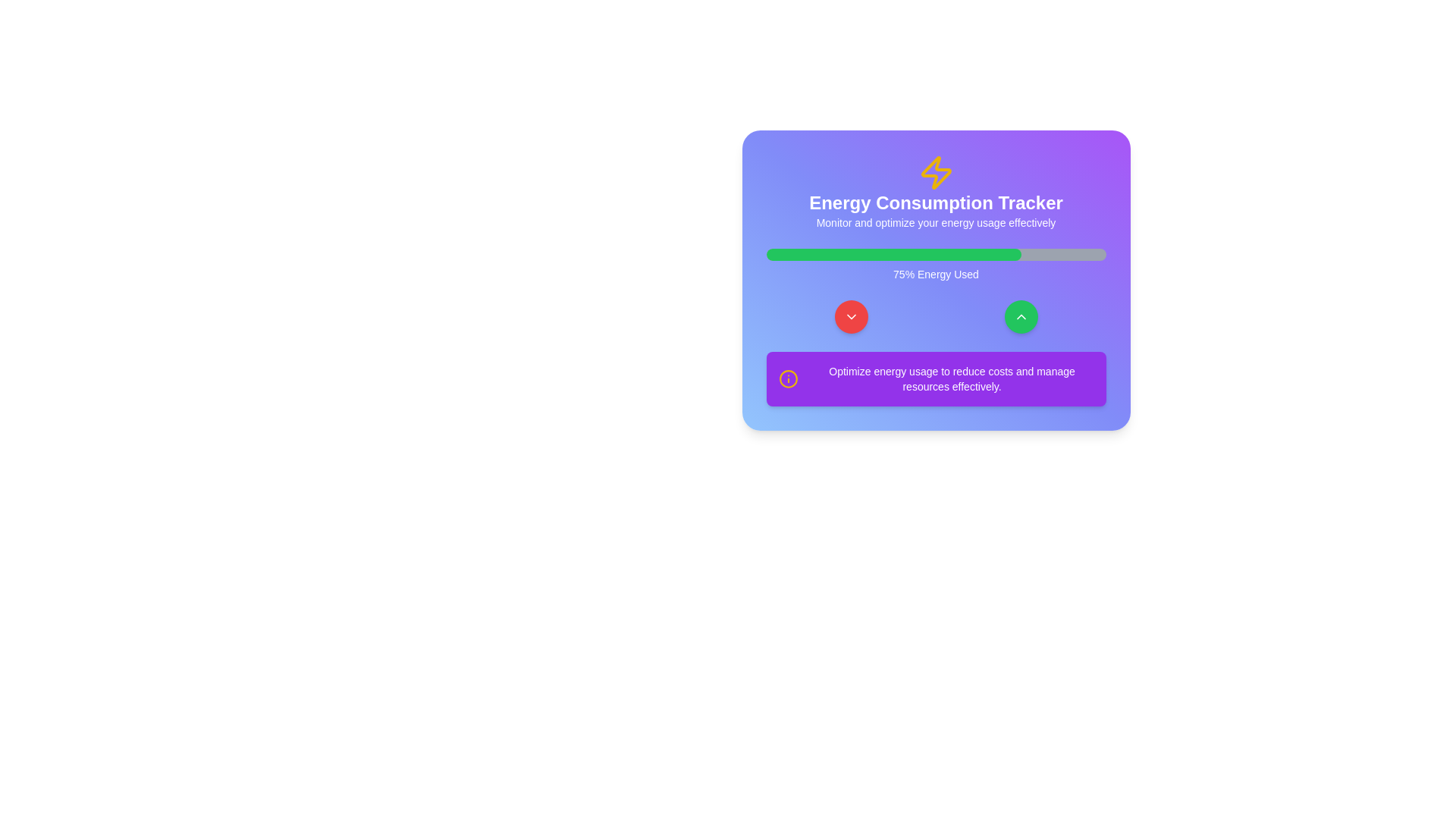 Image resolution: width=1456 pixels, height=819 pixels. I want to click on the lightning bolt icon with a yellow outline located in the top-middle section of the UI card, above the title 'Energy Consumption Tracker.', so click(935, 171).